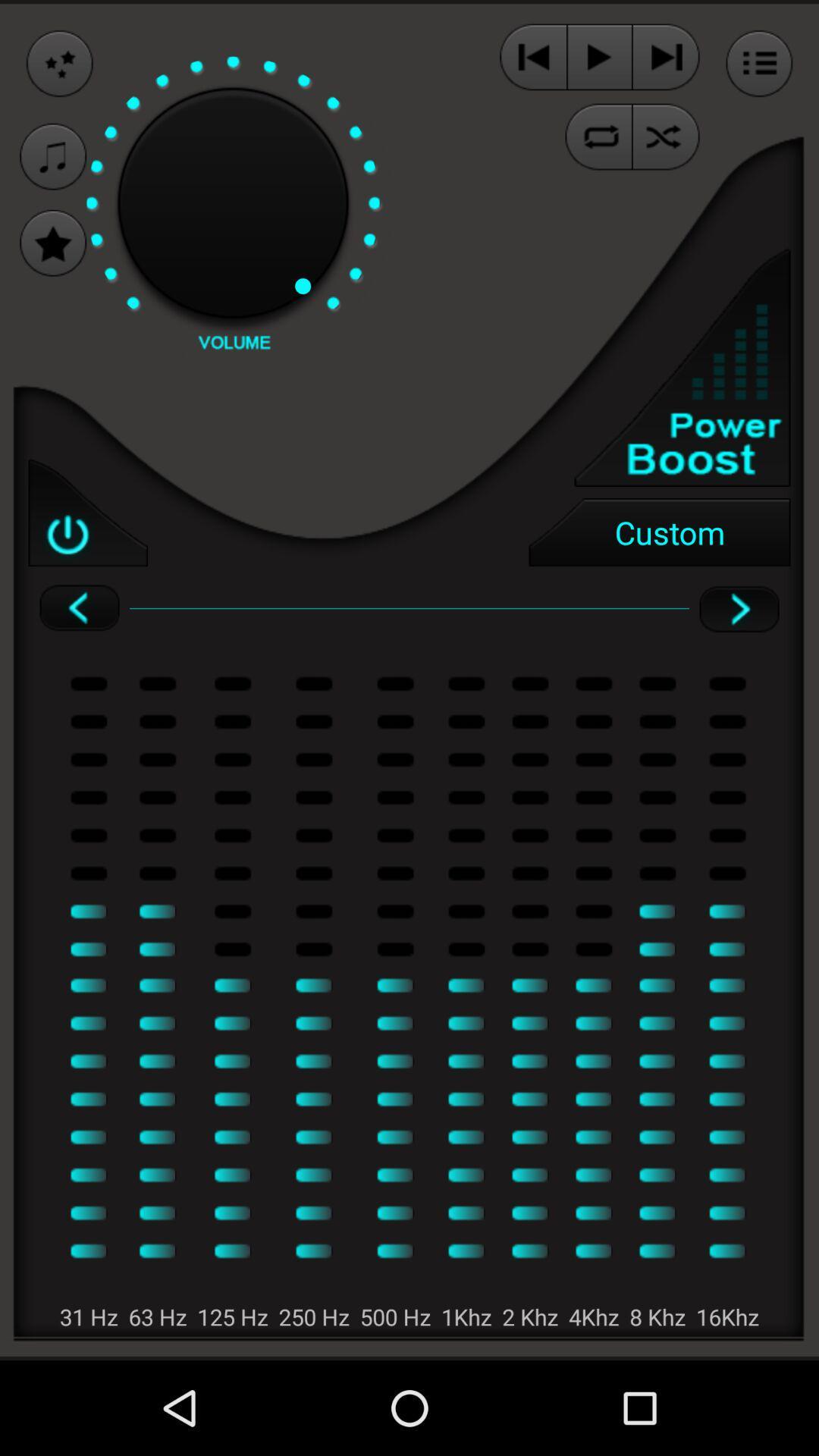 The height and width of the screenshot is (1456, 819). Describe the element at coordinates (665, 61) in the screenshot. I see `the skip_next icon` at that location.